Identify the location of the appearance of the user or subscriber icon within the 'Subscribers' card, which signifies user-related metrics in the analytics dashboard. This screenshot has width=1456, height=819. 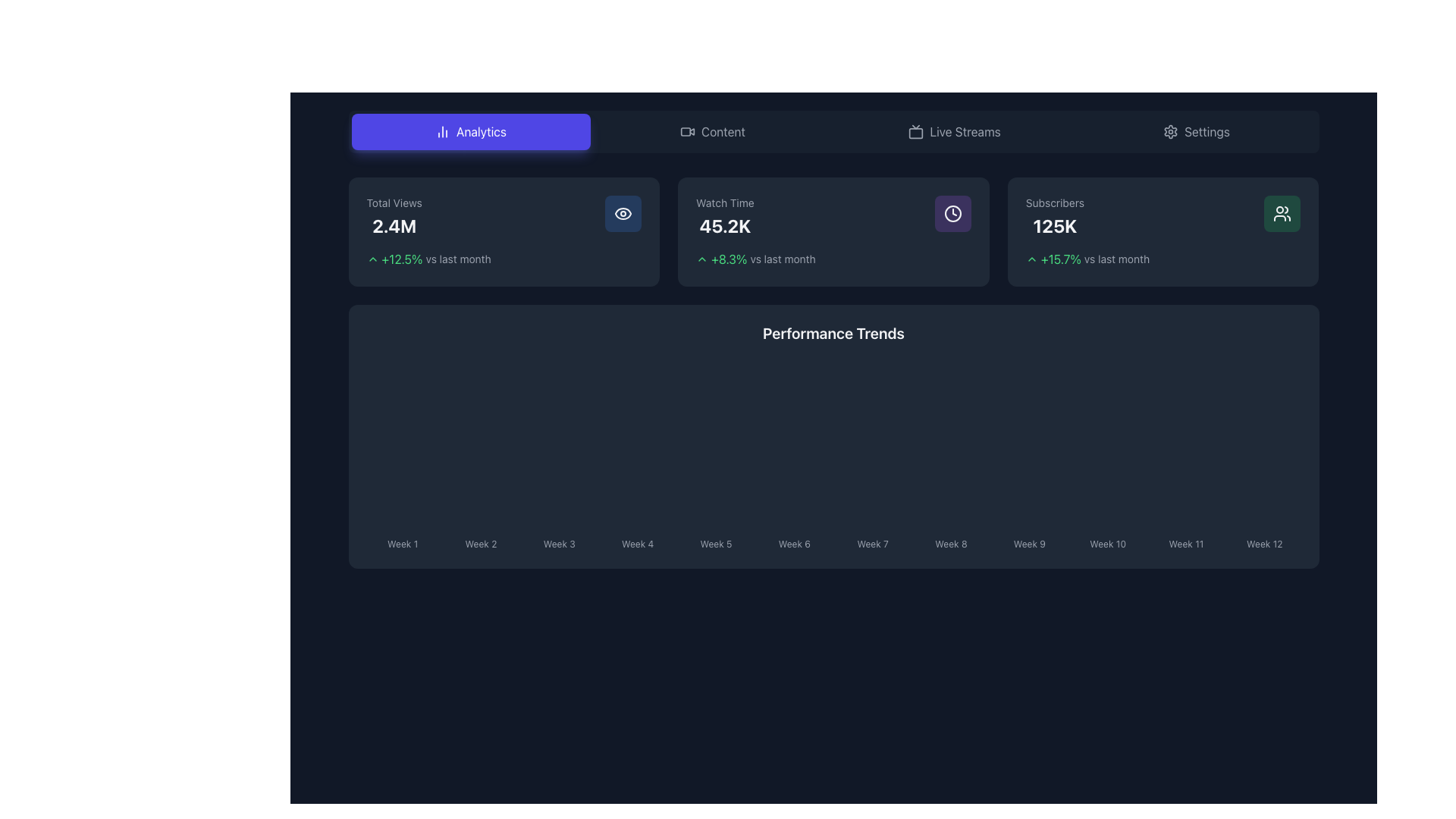
(1282, 213).